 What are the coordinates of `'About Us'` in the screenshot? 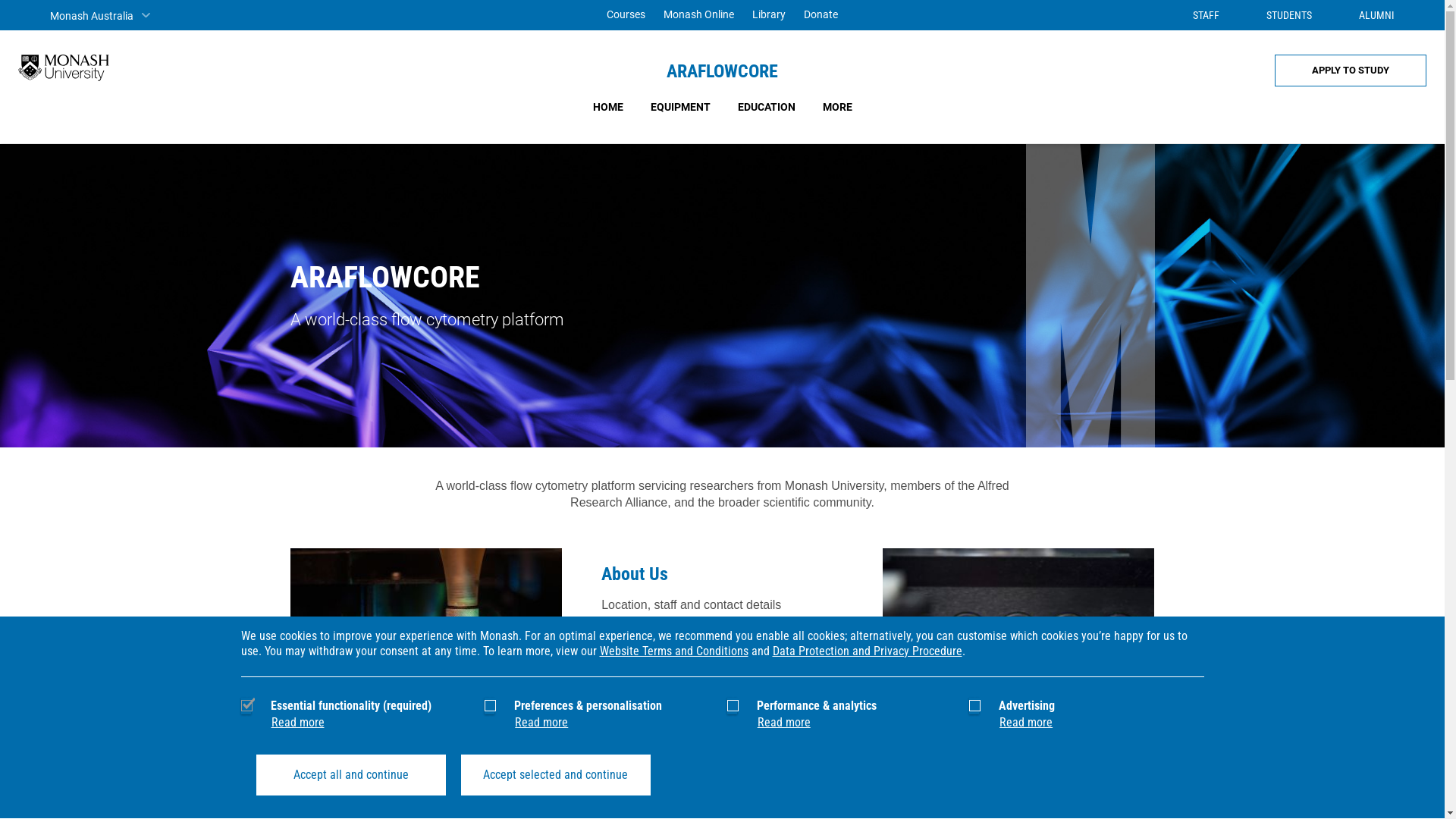 It's located at (634, 573).